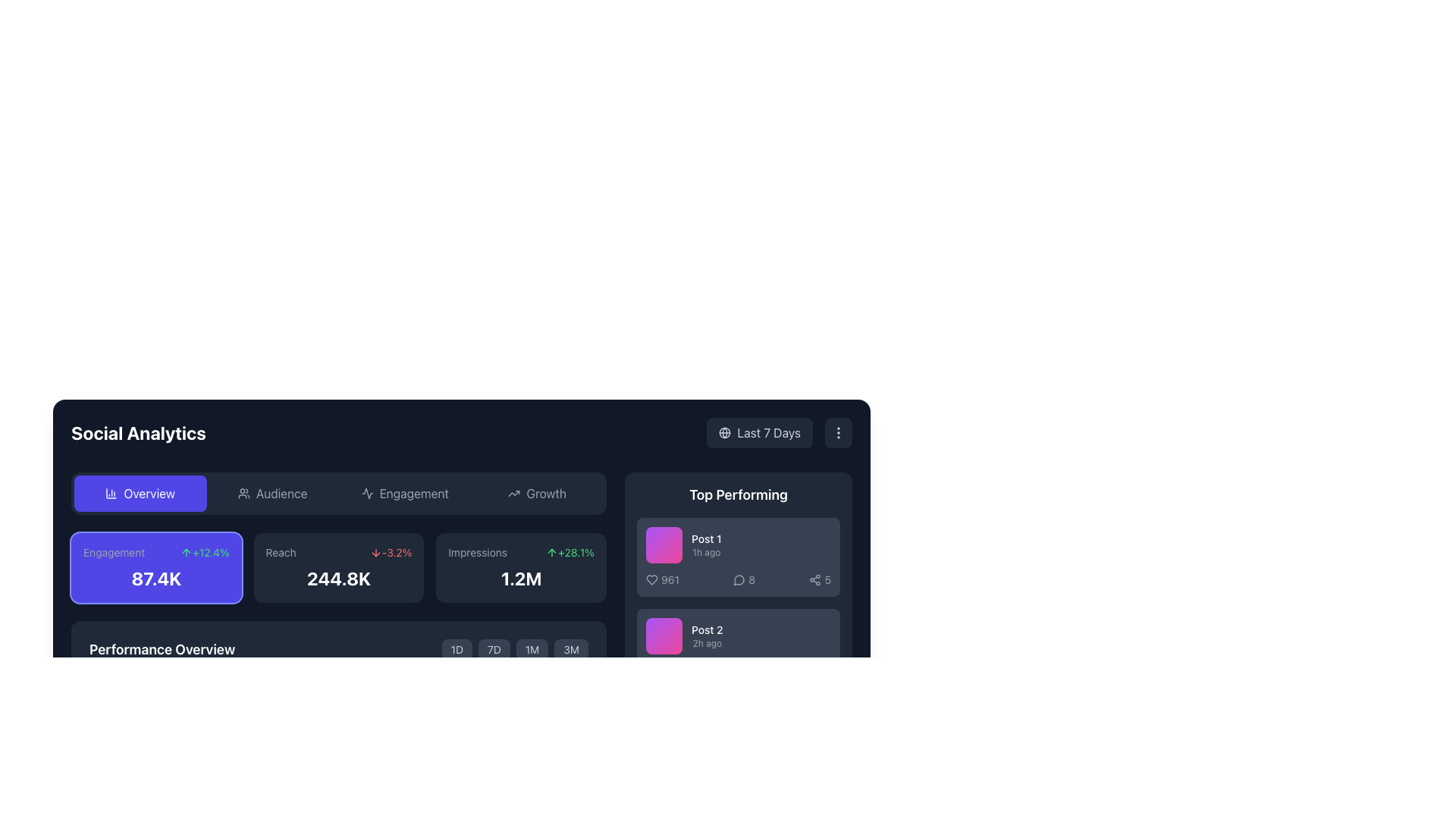 This screenshot has height=819, width=1456. I want to click on the column chart icon located inside the 'Overview' button at the top left of the main content area, so click(111, 494).